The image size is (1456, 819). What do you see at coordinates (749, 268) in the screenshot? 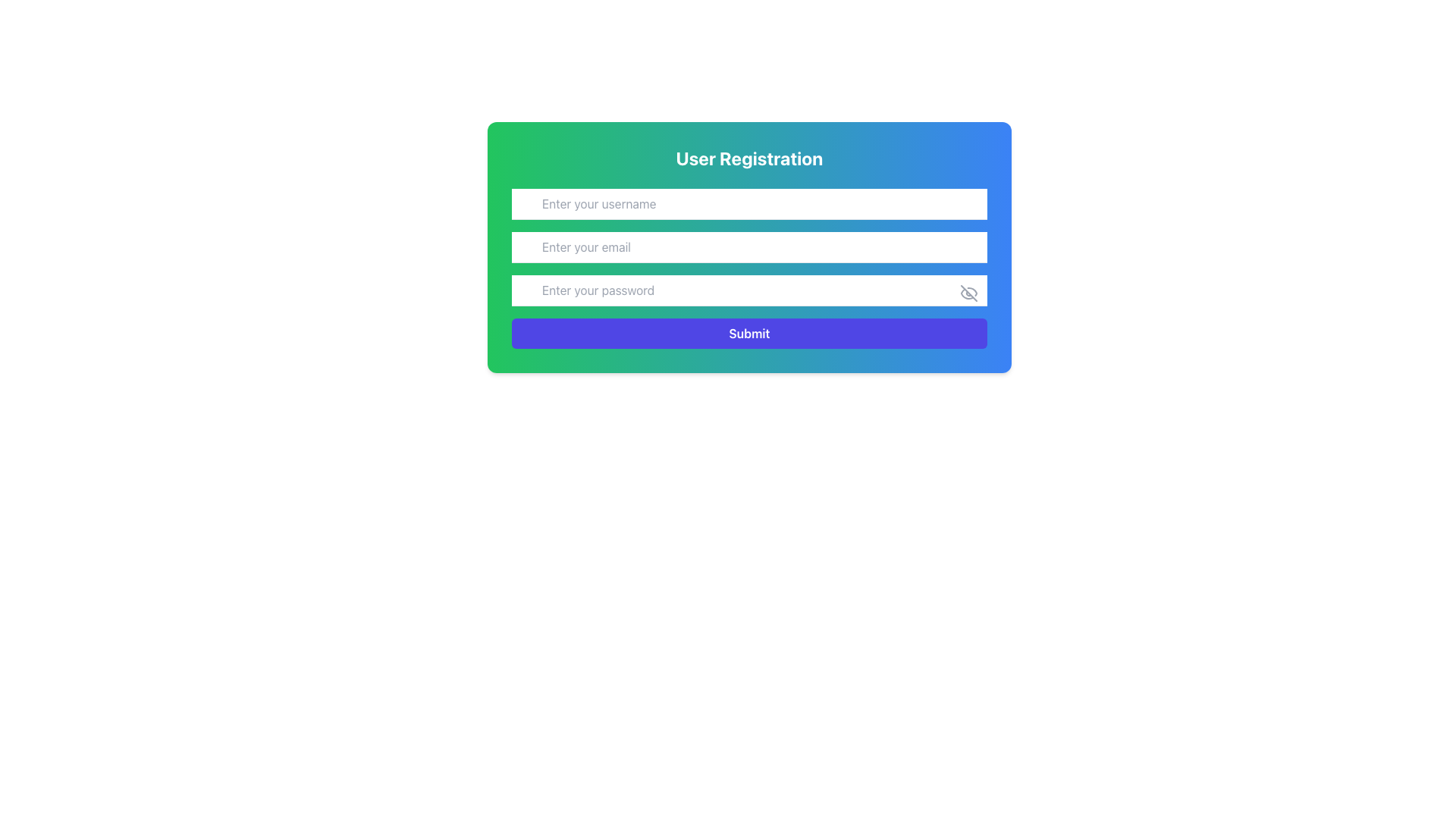
I see `the input fields of the registration form for user input, which is centrally aligned and located below the 'User Registration' title` at bounding box center [749, 268].